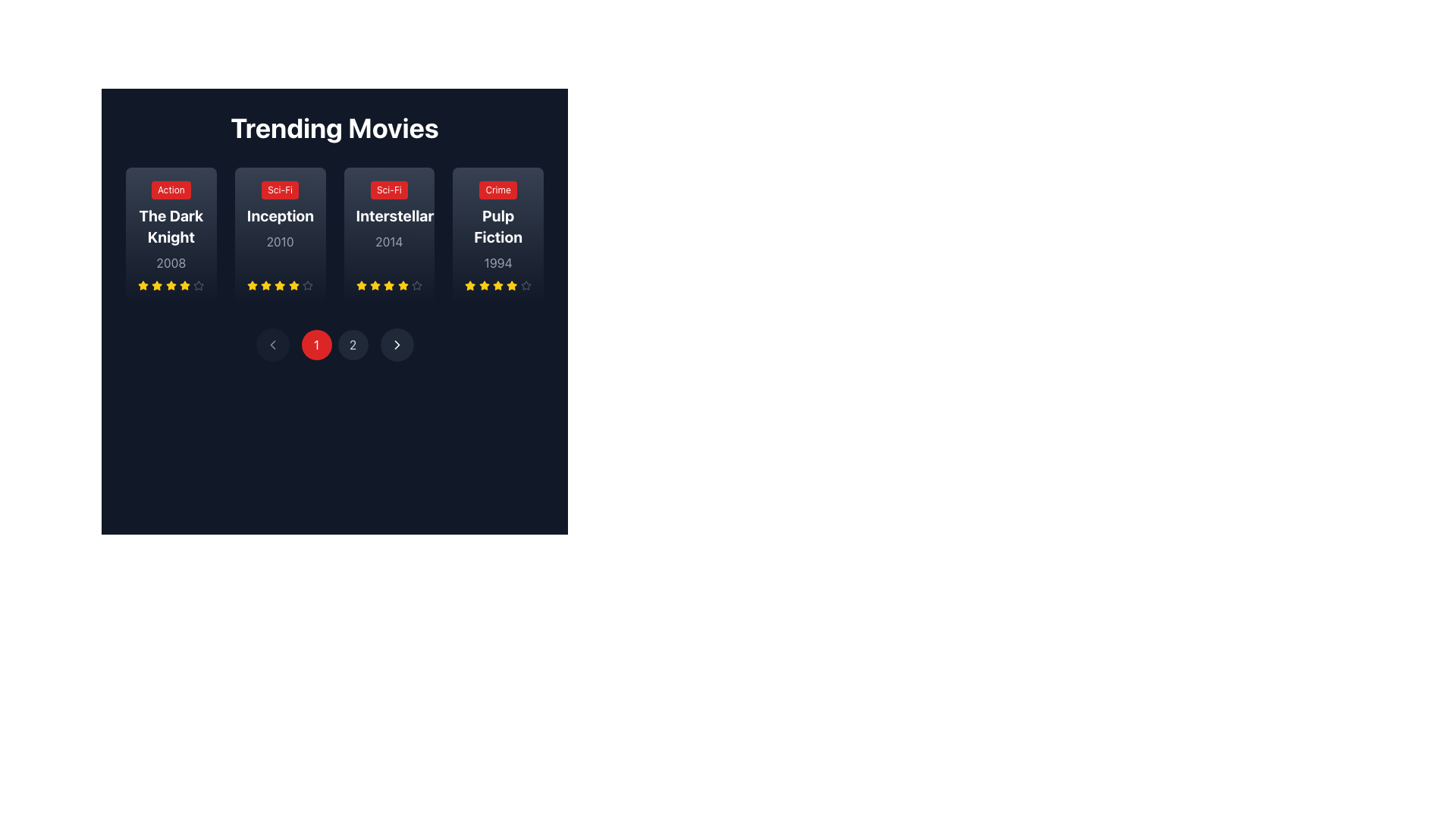 This screenshot has width=1456, height=819. I want to click on the Movie information card for 'Pulp Fiction' which has a red badge labeled 'Crime', bold white title text, and gray year text, located in the 'Trending Movies' section, so click(498, 225).